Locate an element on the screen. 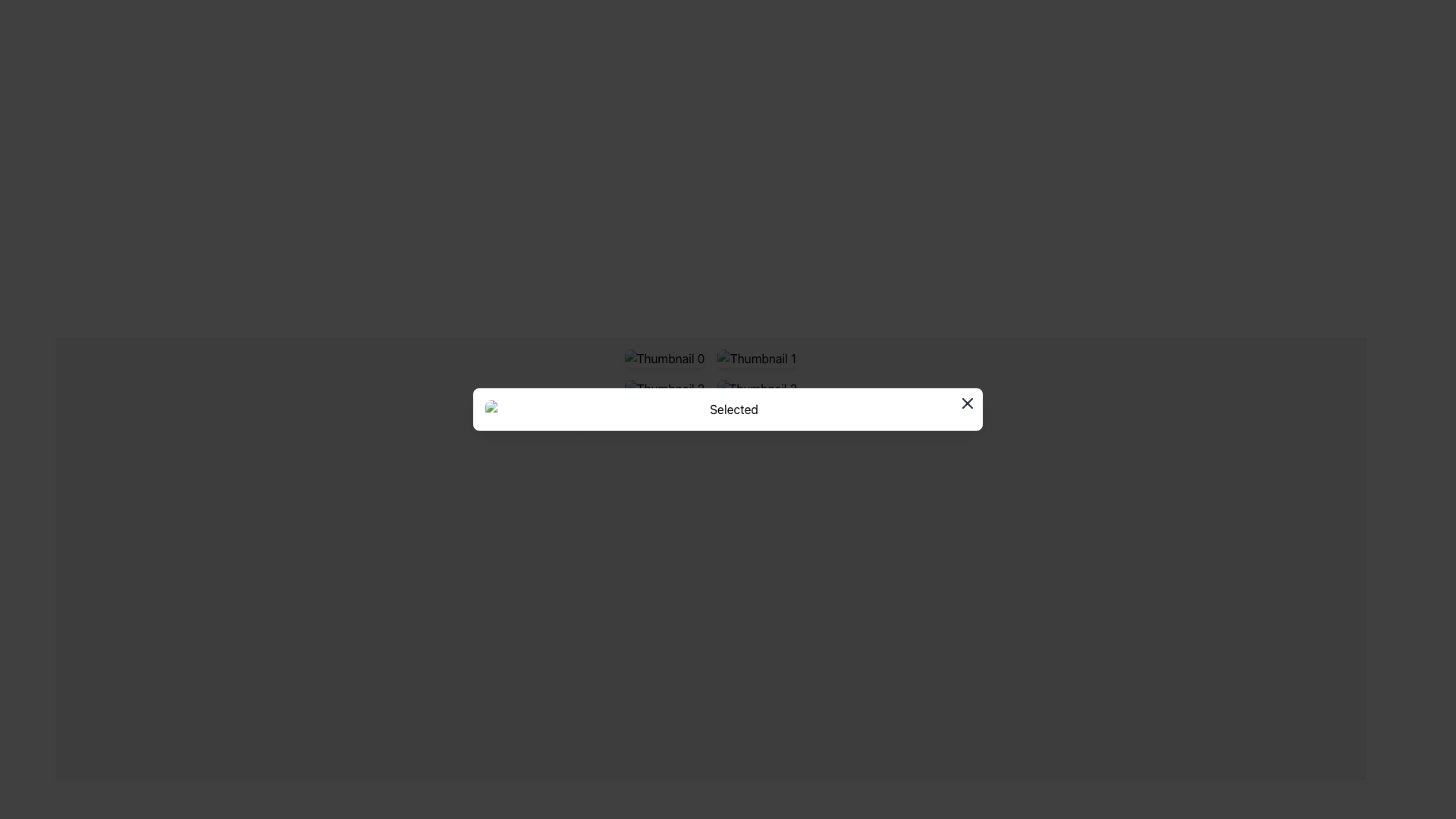  the first image thumbnail located at the top-left corner of a 2x2 grid is located at coordinates (664, 359).